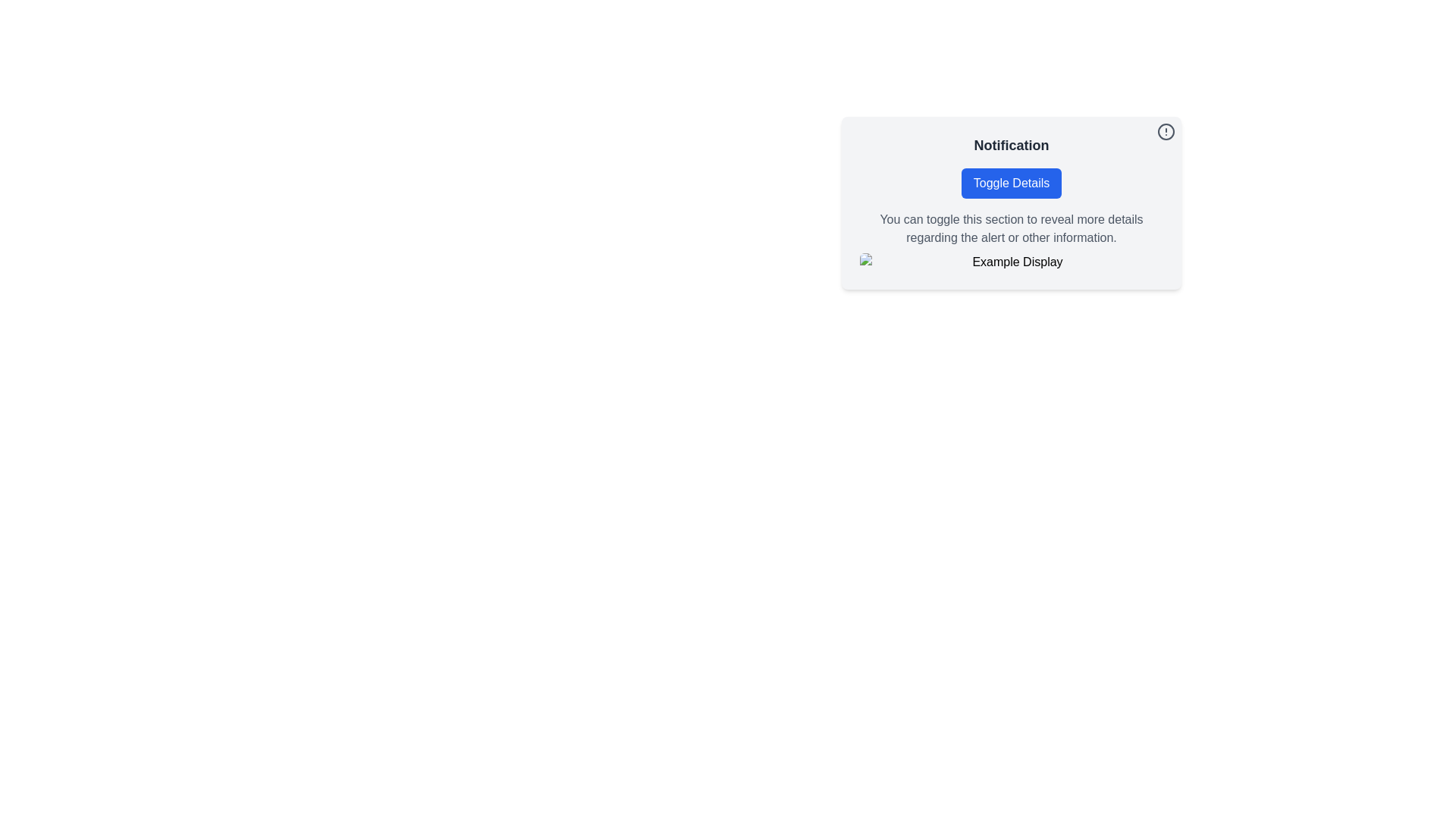 This screenshot has width=1456, height=819. Describe the element at coordinates (1165, 130) in the screenshot. I see `the circular shape in the top-right corner of the notification card interface, which is part of an SVG graphic representing an alert icon` at that location.